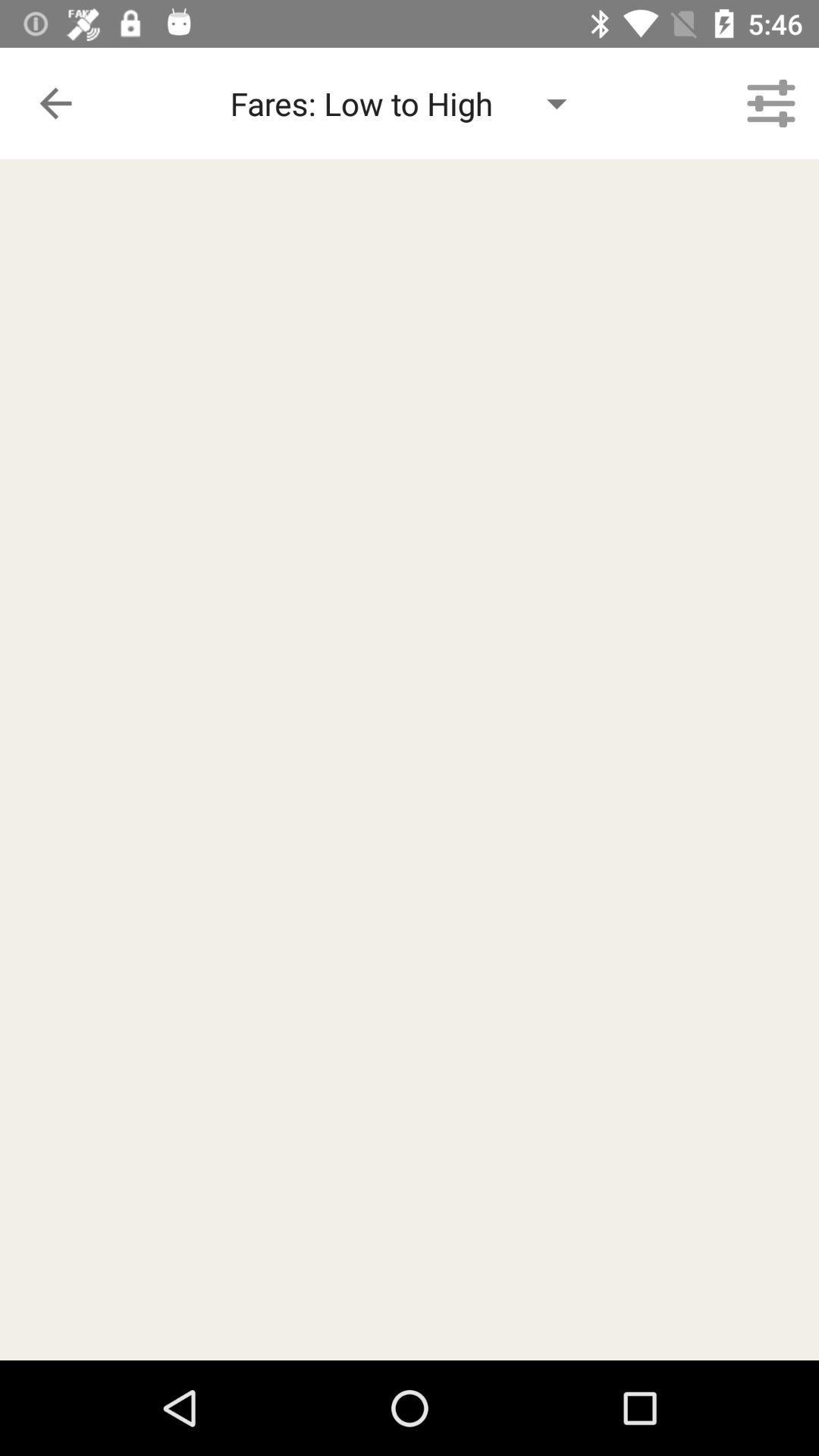 The height and width of the screenshot is (1456, 819). Describe the element at coordinates (771, 102) in the screenshot. I see `item at the top right corner` at that location.